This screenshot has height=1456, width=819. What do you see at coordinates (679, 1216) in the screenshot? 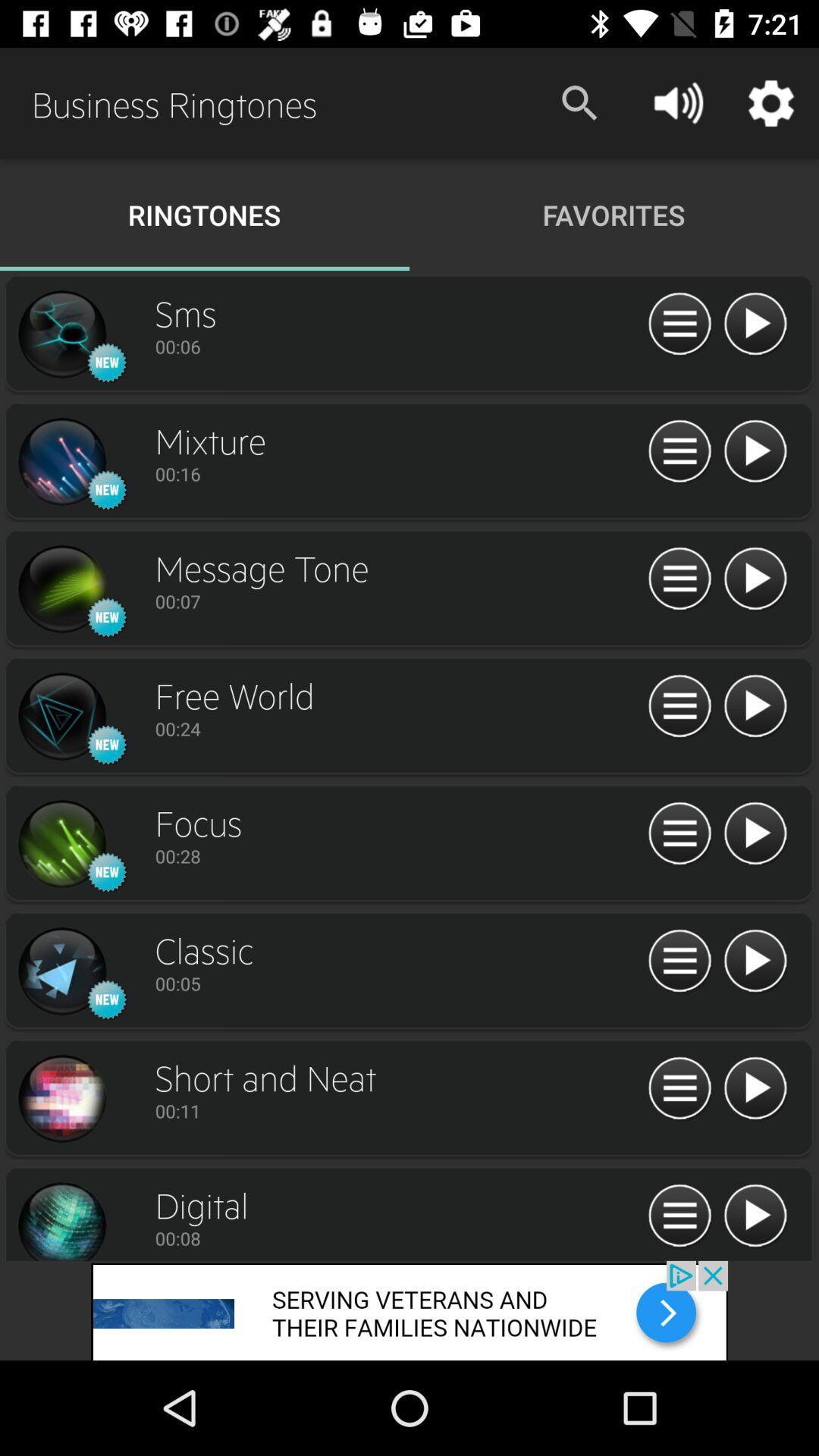
I see `open list` at bounding box center [679, 1216].